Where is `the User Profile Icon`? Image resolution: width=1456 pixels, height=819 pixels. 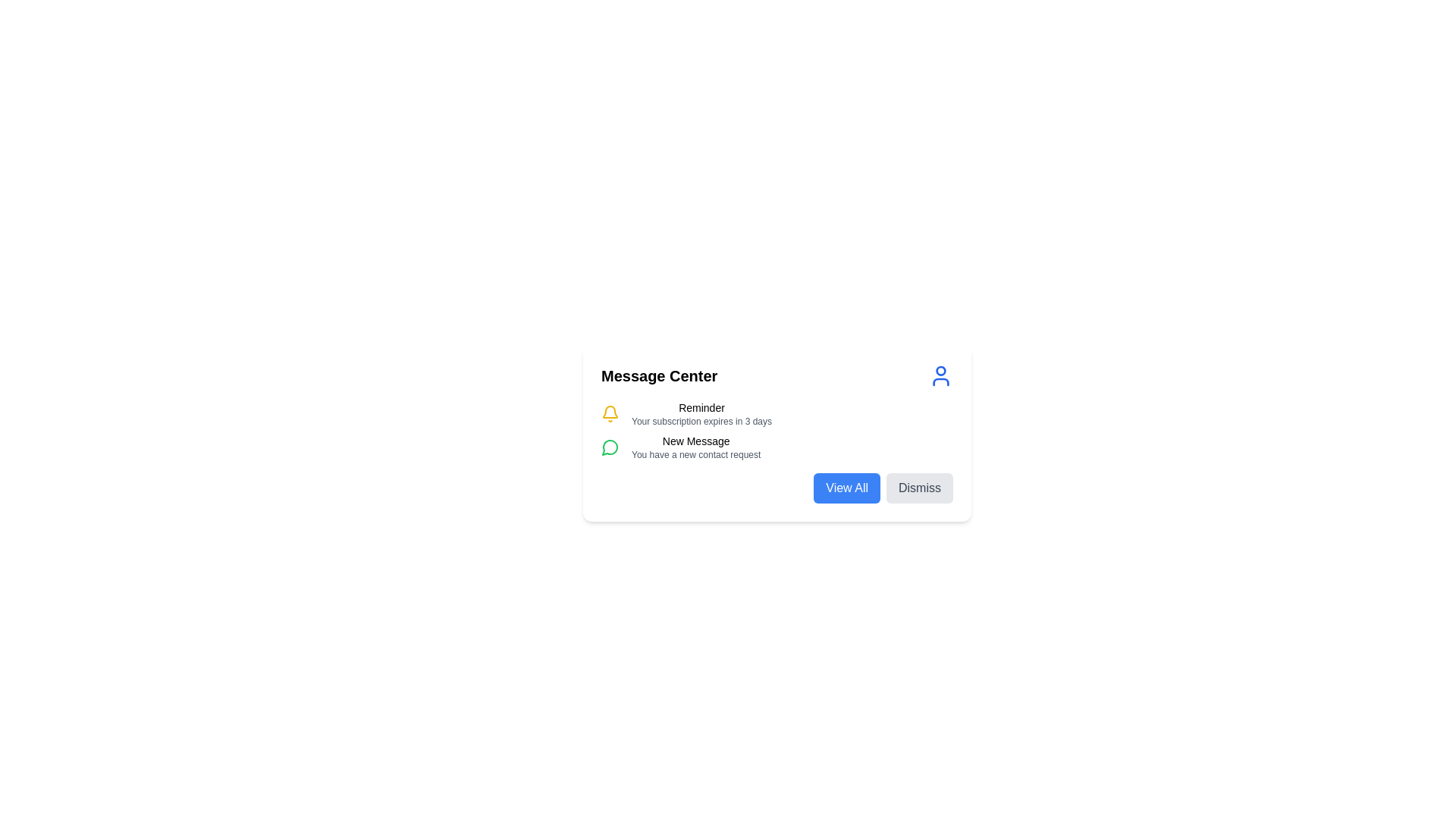
the User Profile Icon is located at coordinates (940, 375).